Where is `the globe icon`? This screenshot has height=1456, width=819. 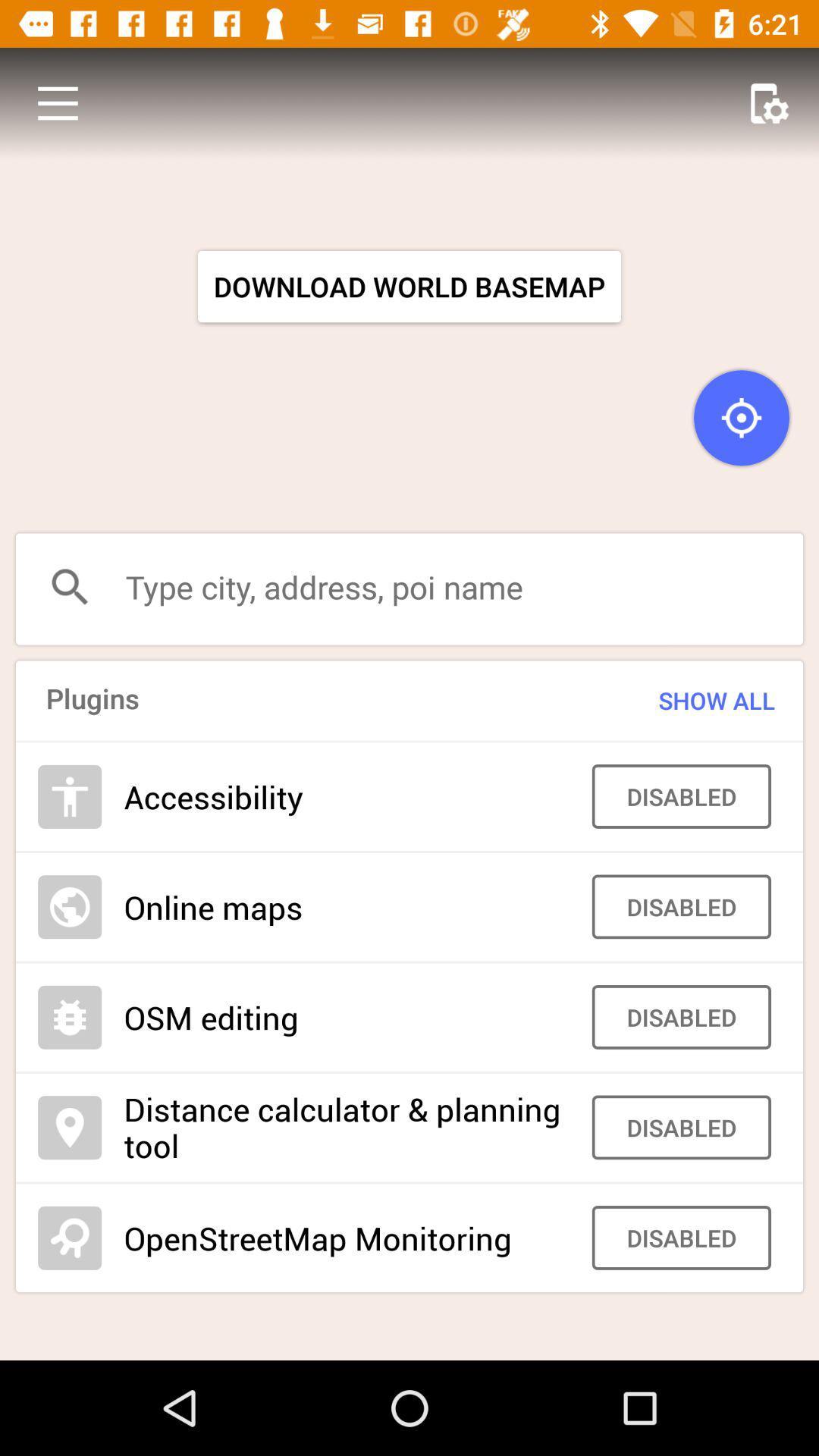
the globe icon is located at coordinates (70, 907).